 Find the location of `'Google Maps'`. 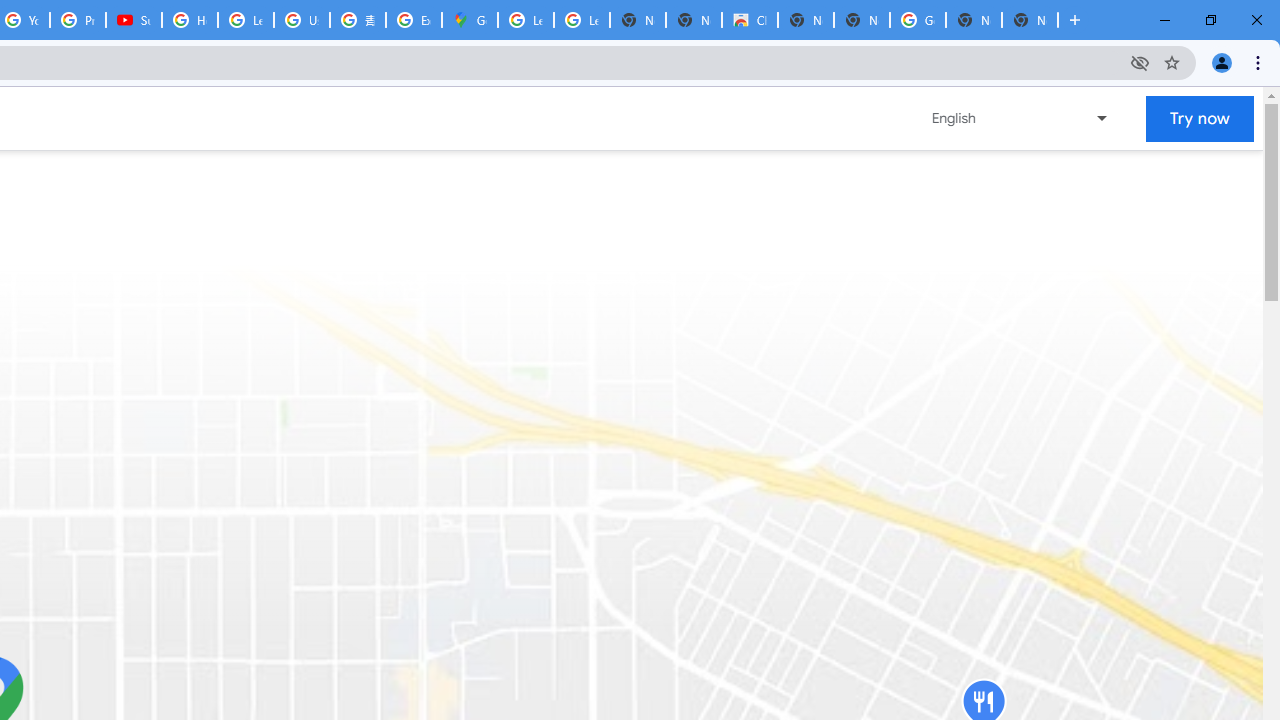

'Google Maps' is located at coordinates (468, 20).